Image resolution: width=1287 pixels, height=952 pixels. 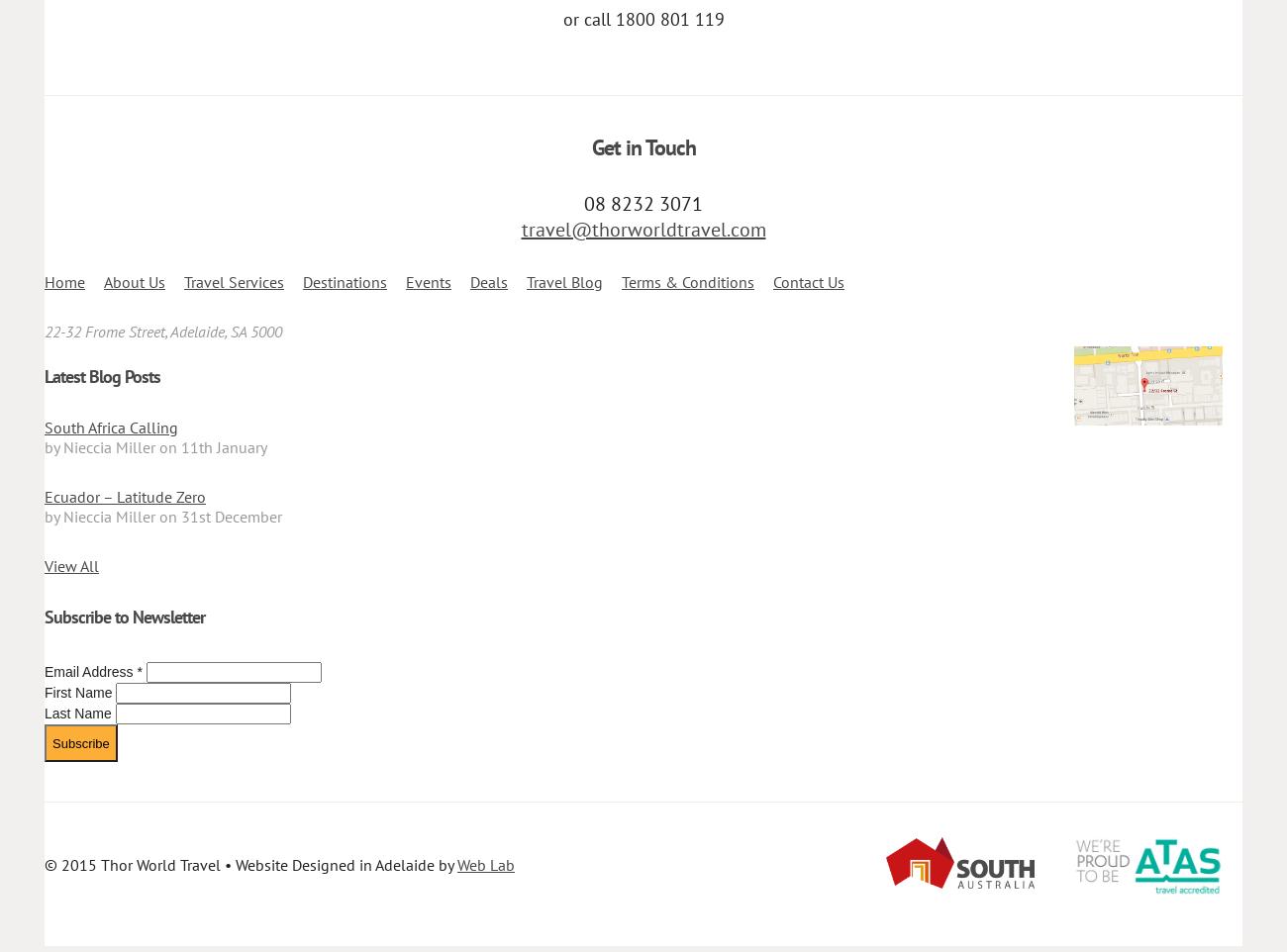 I want to click on 'Get in Touch', so click(x=589, y=147).